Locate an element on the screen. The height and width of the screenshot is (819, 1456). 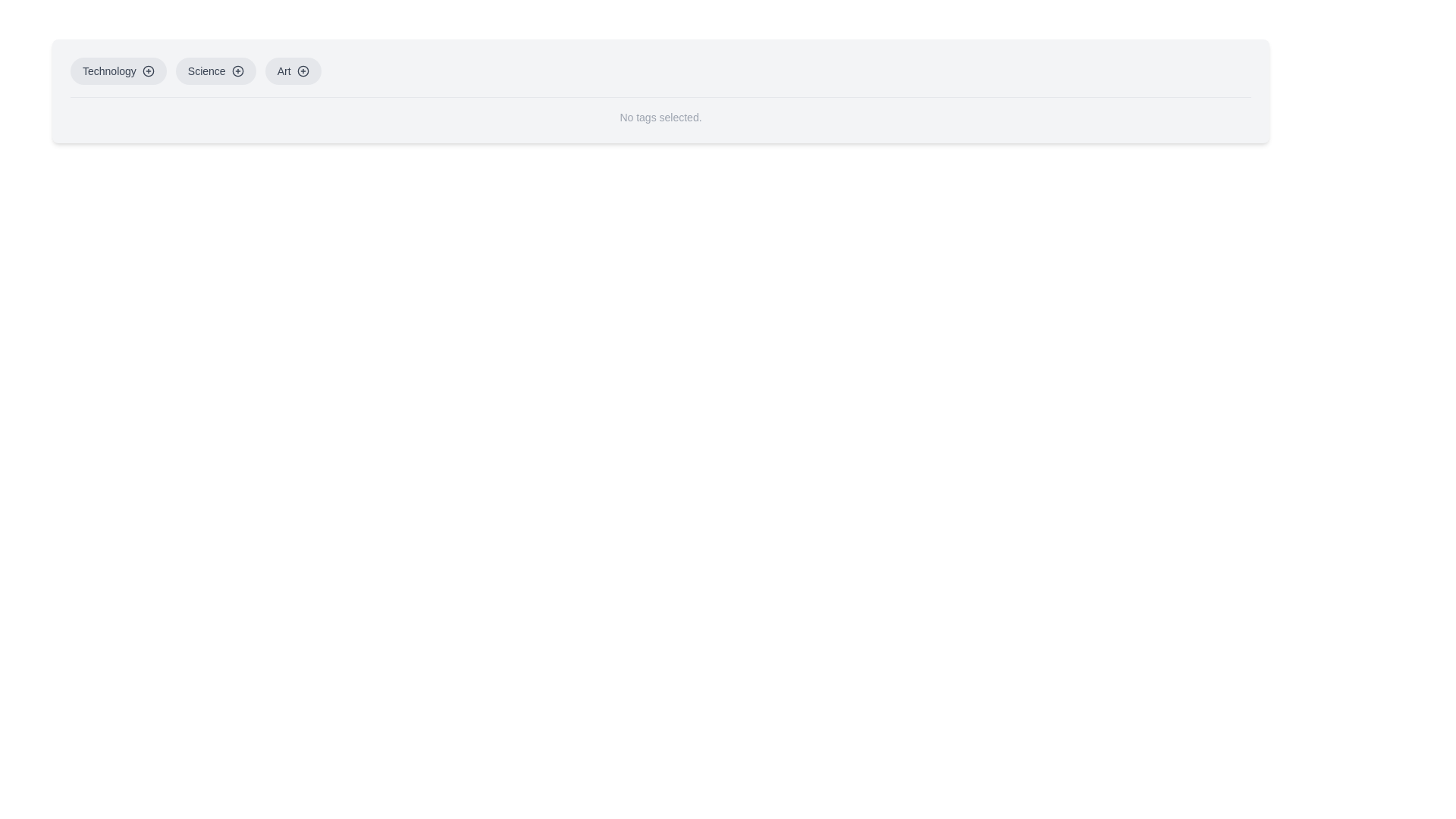
the circular button or icon representing the 'Art' category, which is part of a horizontal group of items including 'Technology' and 'Science' is located at coordinates (303, 71).